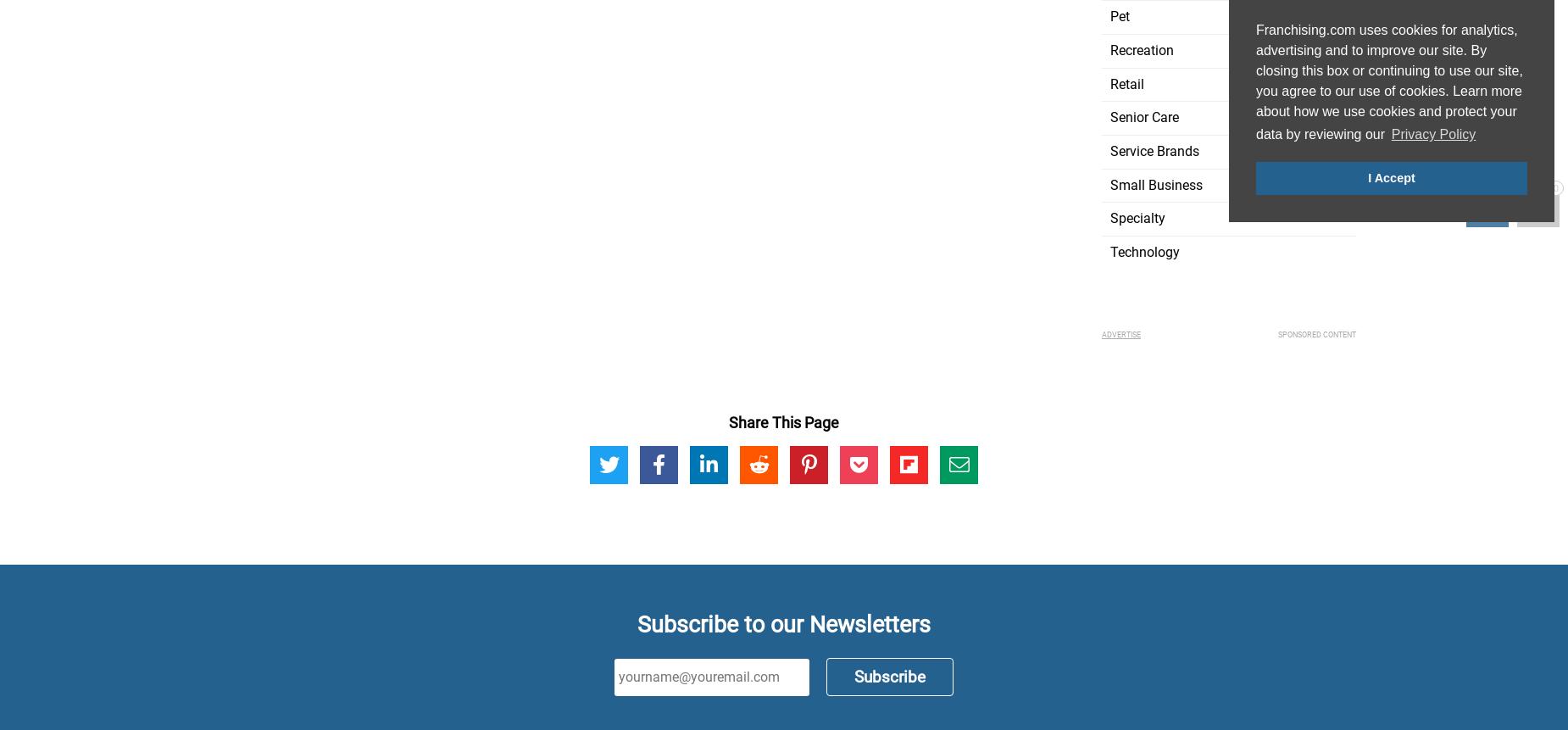  Describe the element at coordinates (1141, 50) in the screenshot. I see `'Recreation'` at that location.